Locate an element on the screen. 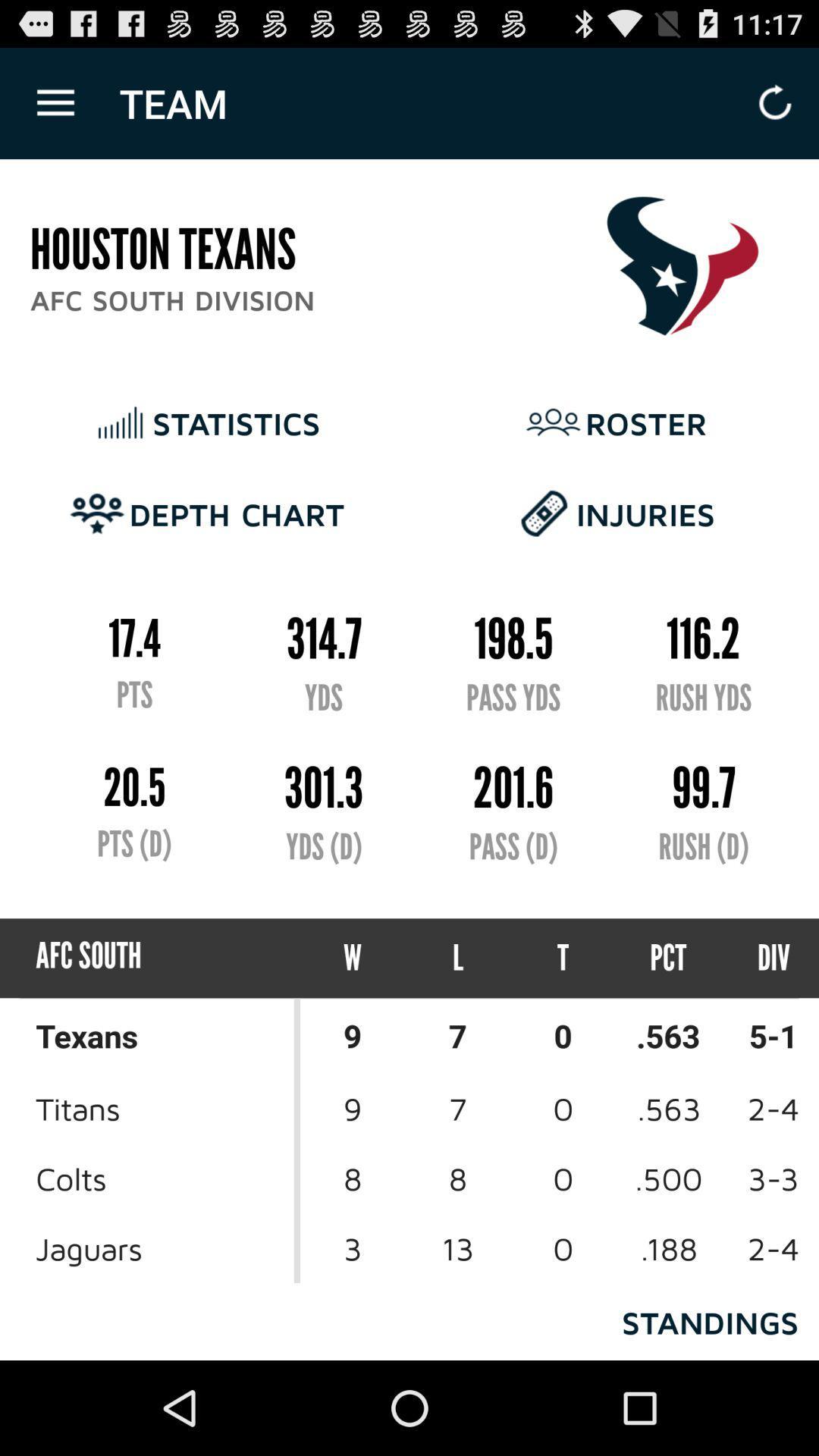  div item is located at coordinates (760, 957).